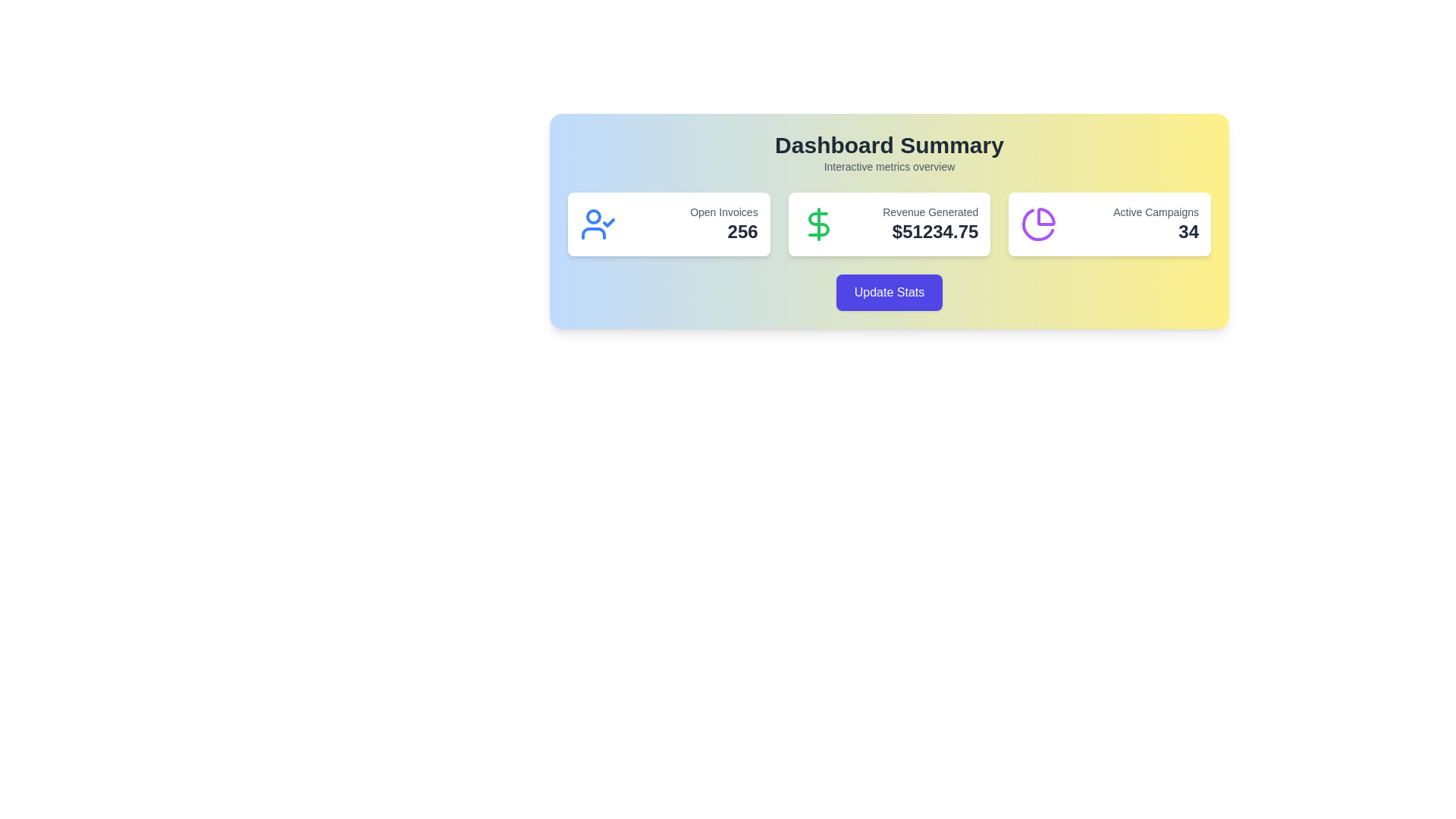  I want to click on the Text display element that shows the summary count of open invoices in the dashboard interface, located under the 'Dashboard Summary' title, so click(723, 224).